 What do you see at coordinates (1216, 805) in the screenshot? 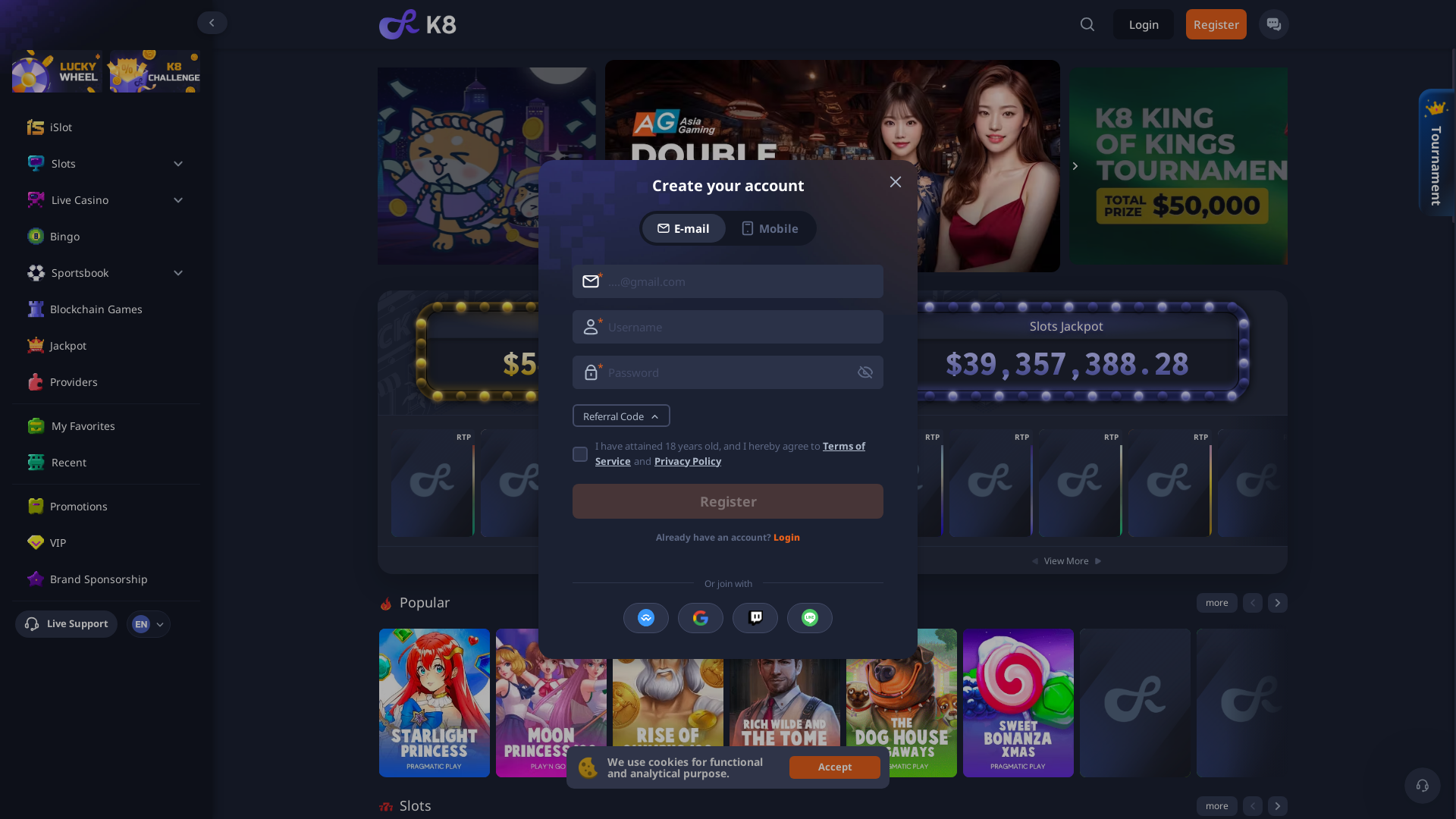
I see `'more'` at bounding box center [1216, 805].